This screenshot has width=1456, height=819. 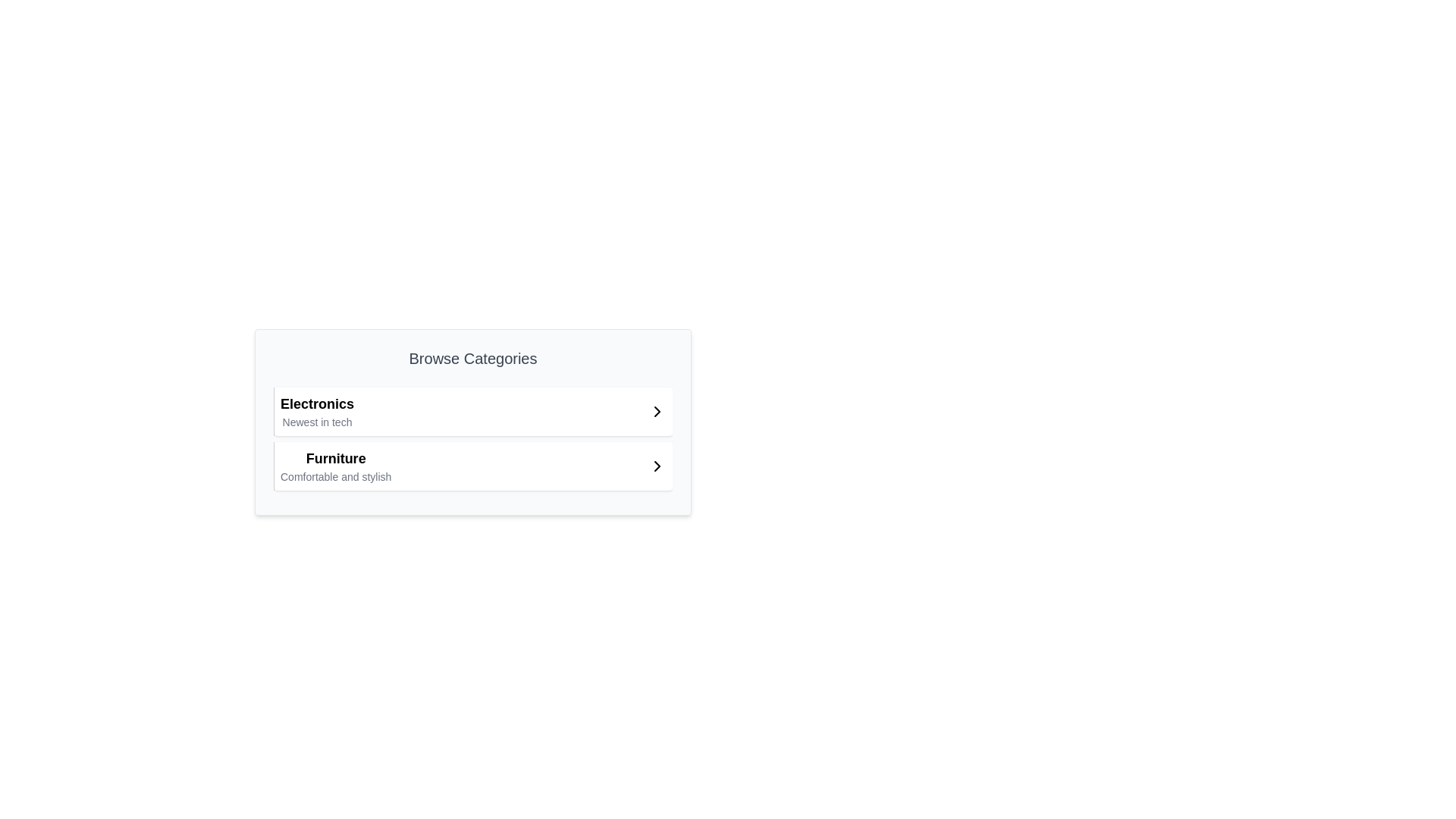 What do you see at coordinates (657, 412) in the screenshot?
I see `the button located at the right edge of the 'Electronics' card` at bounding box center [657, 412].